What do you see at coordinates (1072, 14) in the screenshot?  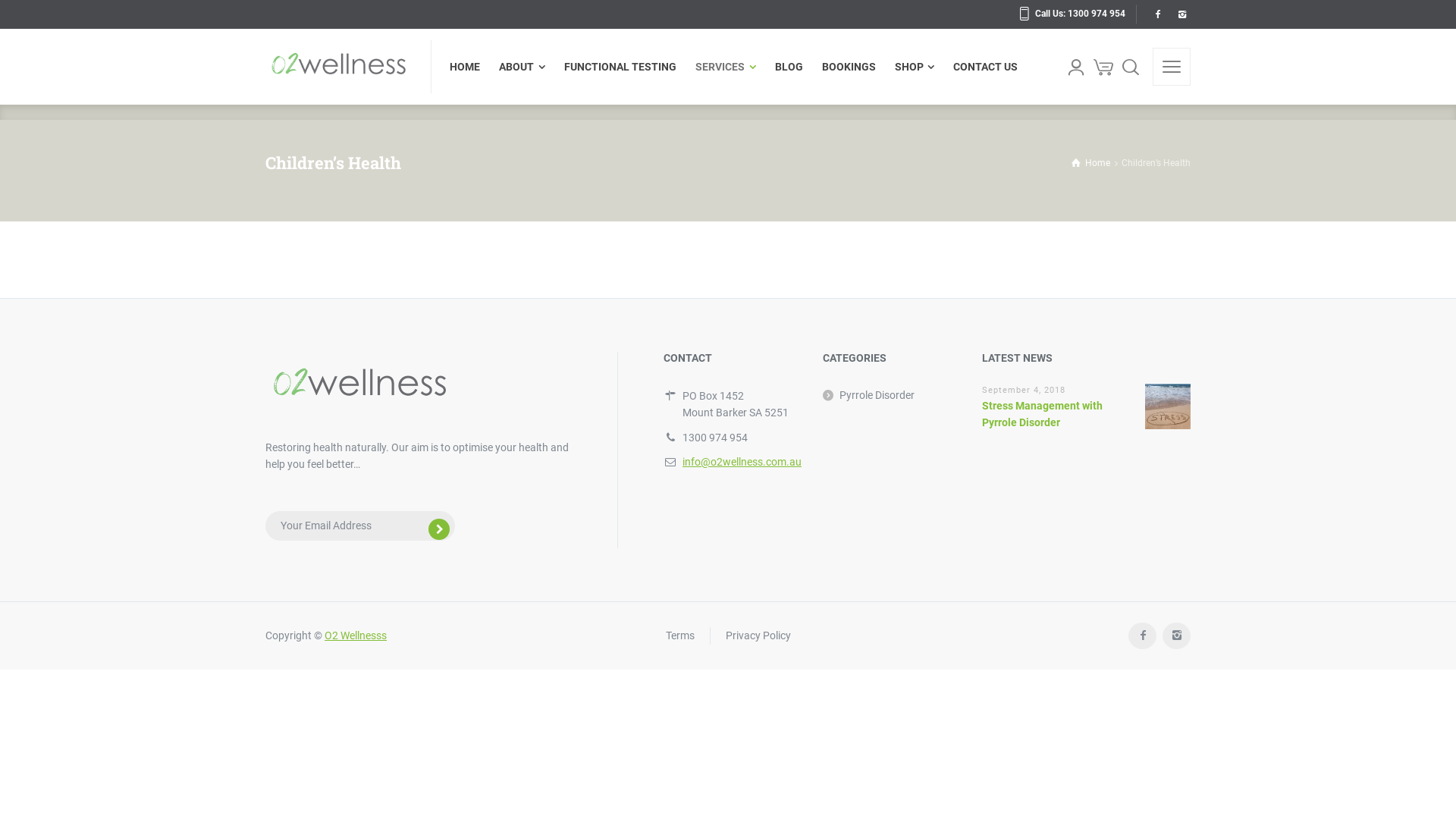 I see `'Call Us: 1300 974 954'` at bounding box center [1072, 14].